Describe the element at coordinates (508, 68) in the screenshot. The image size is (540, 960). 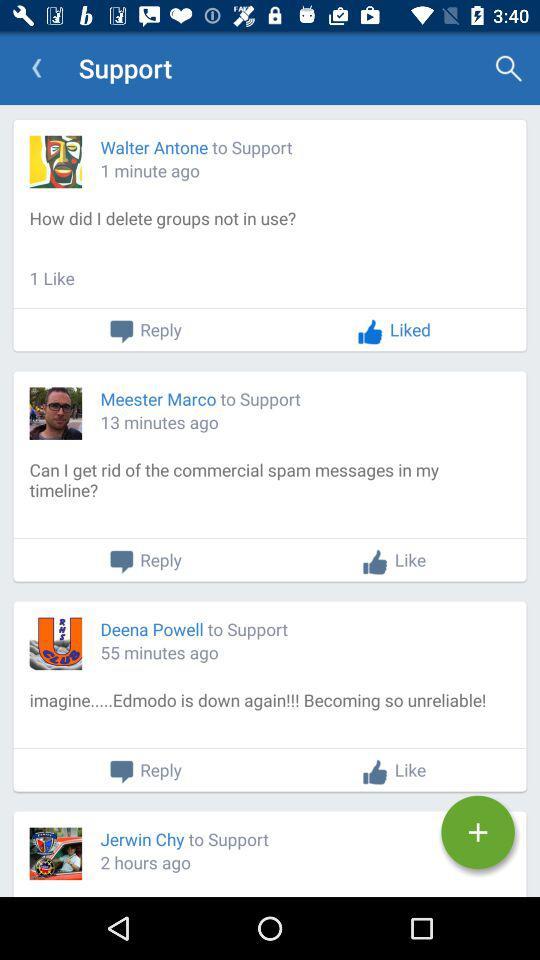
I see `the icon which is at the top right corner` at that location.